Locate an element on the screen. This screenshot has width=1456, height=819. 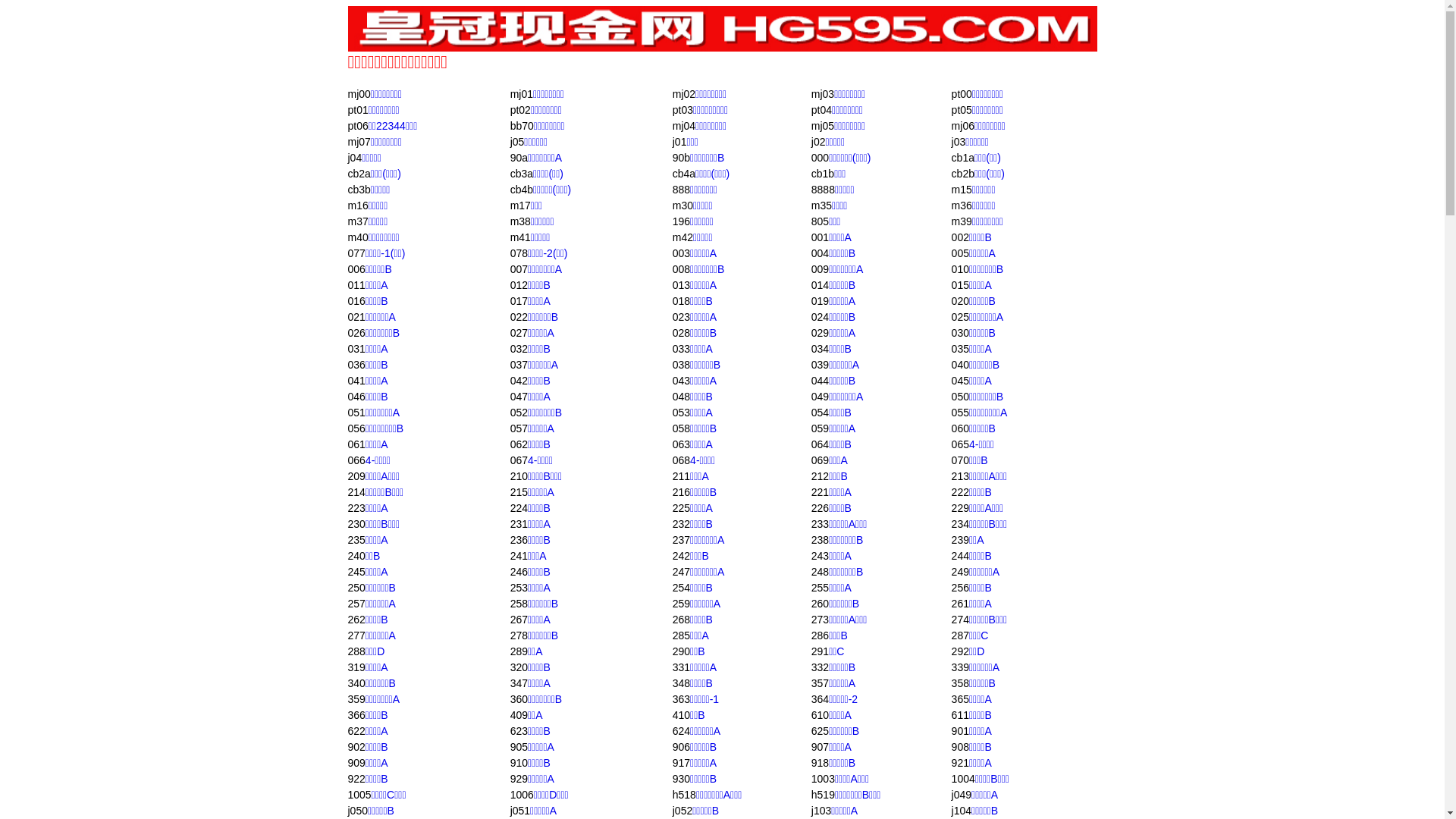
'062' is located at coordinates (510, 444).